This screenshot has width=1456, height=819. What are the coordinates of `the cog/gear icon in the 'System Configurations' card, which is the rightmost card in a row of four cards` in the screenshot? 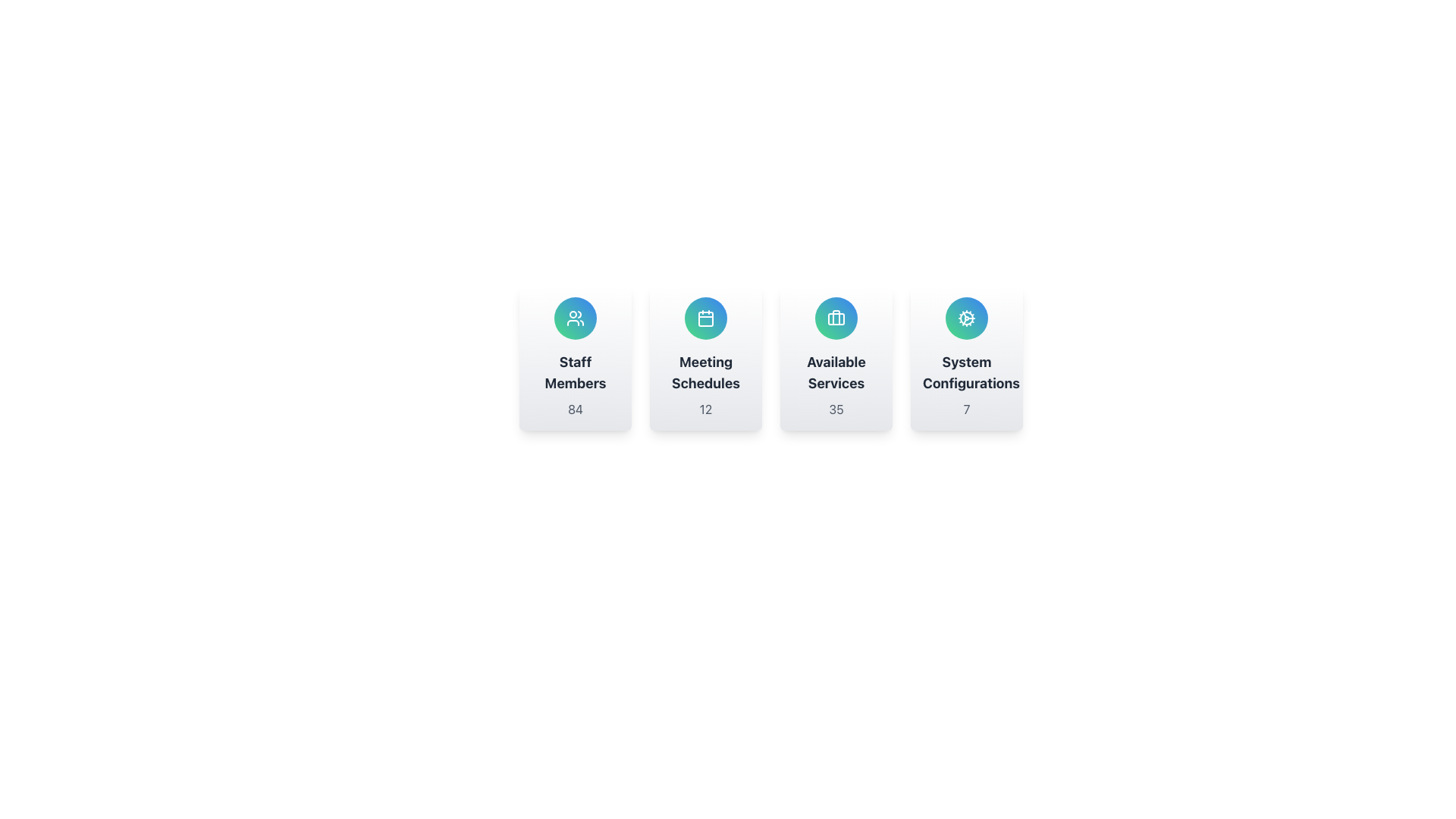 It's located at (966, 318).